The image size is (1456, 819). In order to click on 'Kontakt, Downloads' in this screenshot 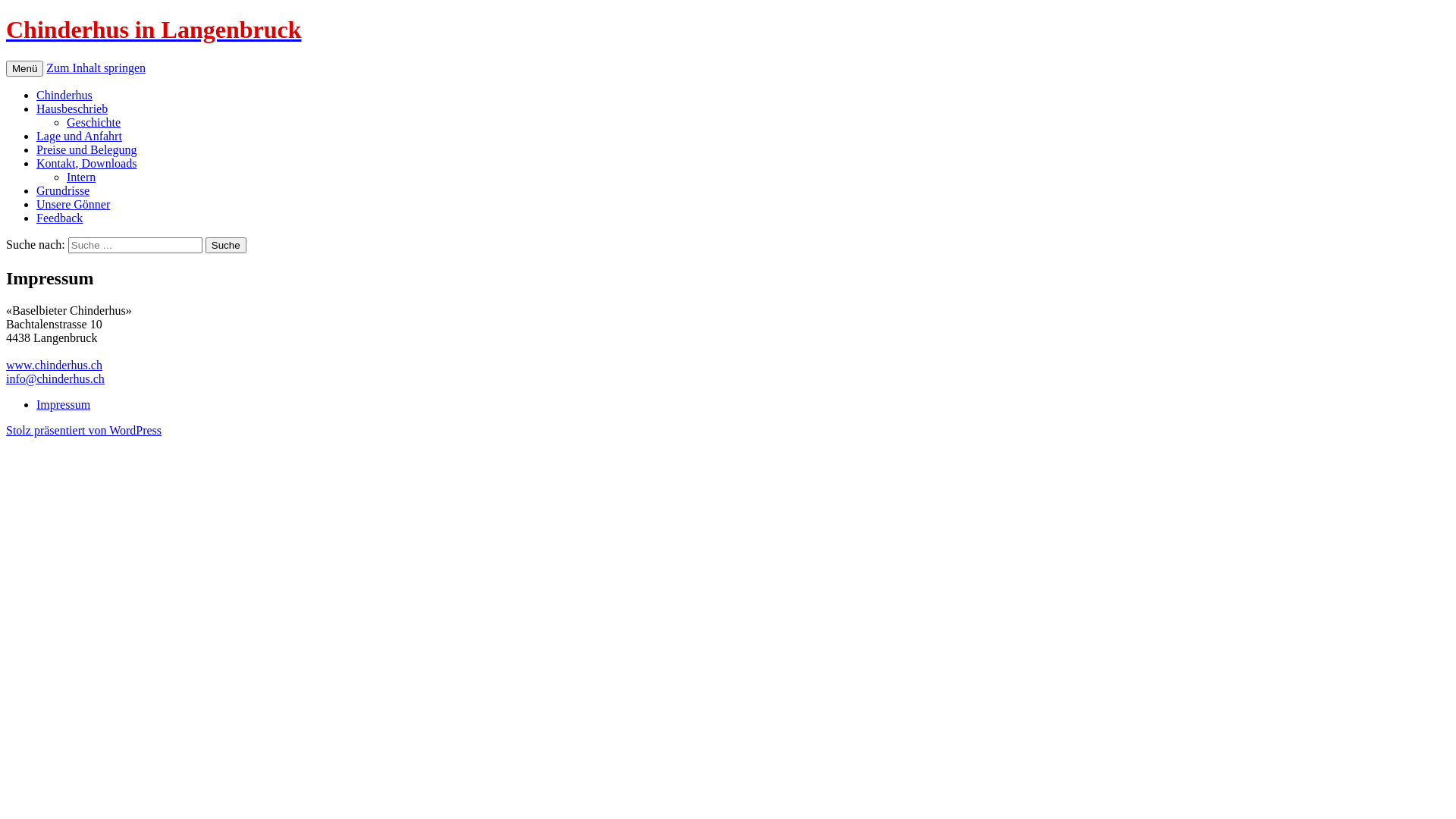, I will do `click(86, 163)`.